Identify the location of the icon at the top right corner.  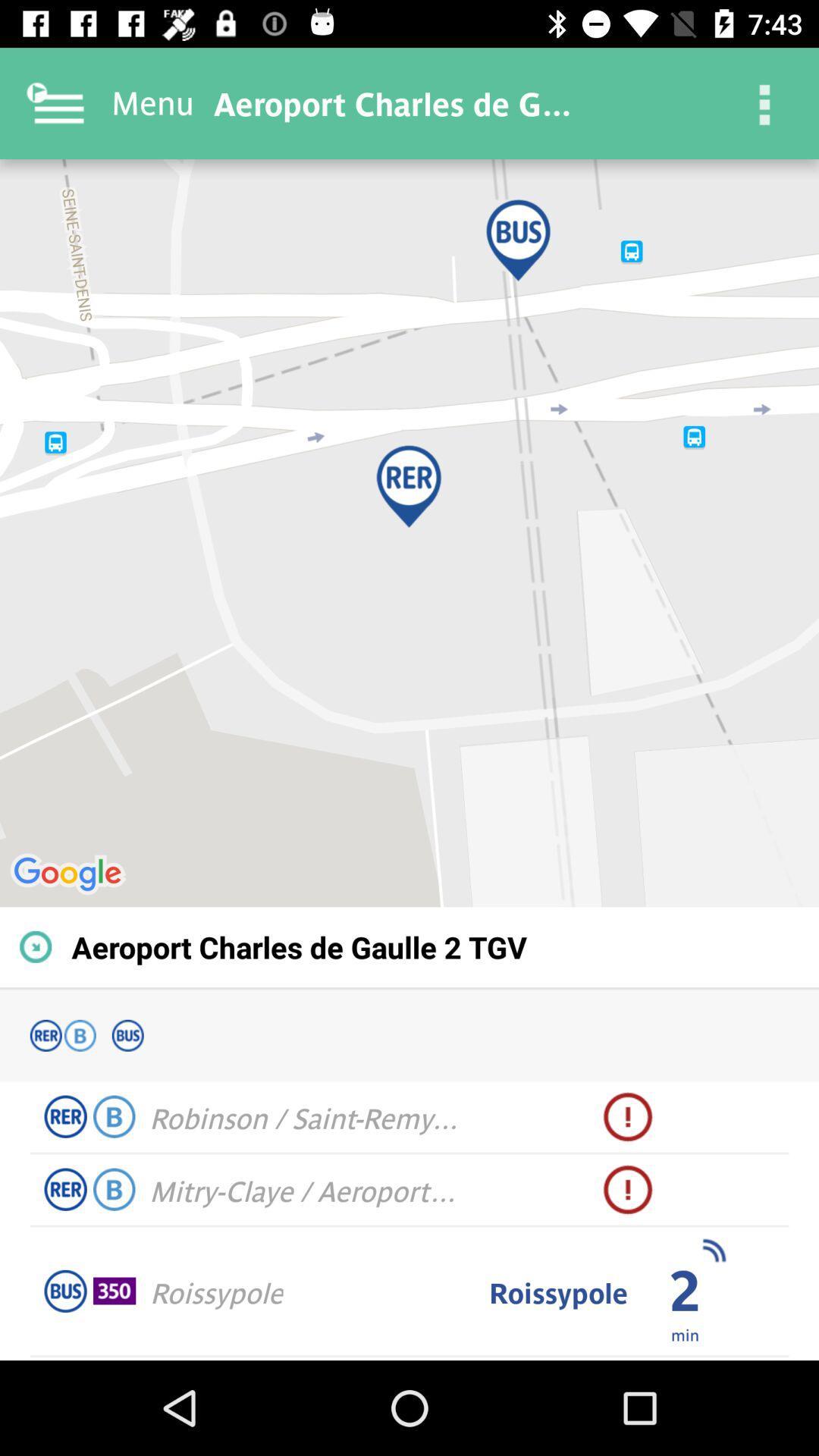
(763, 102).